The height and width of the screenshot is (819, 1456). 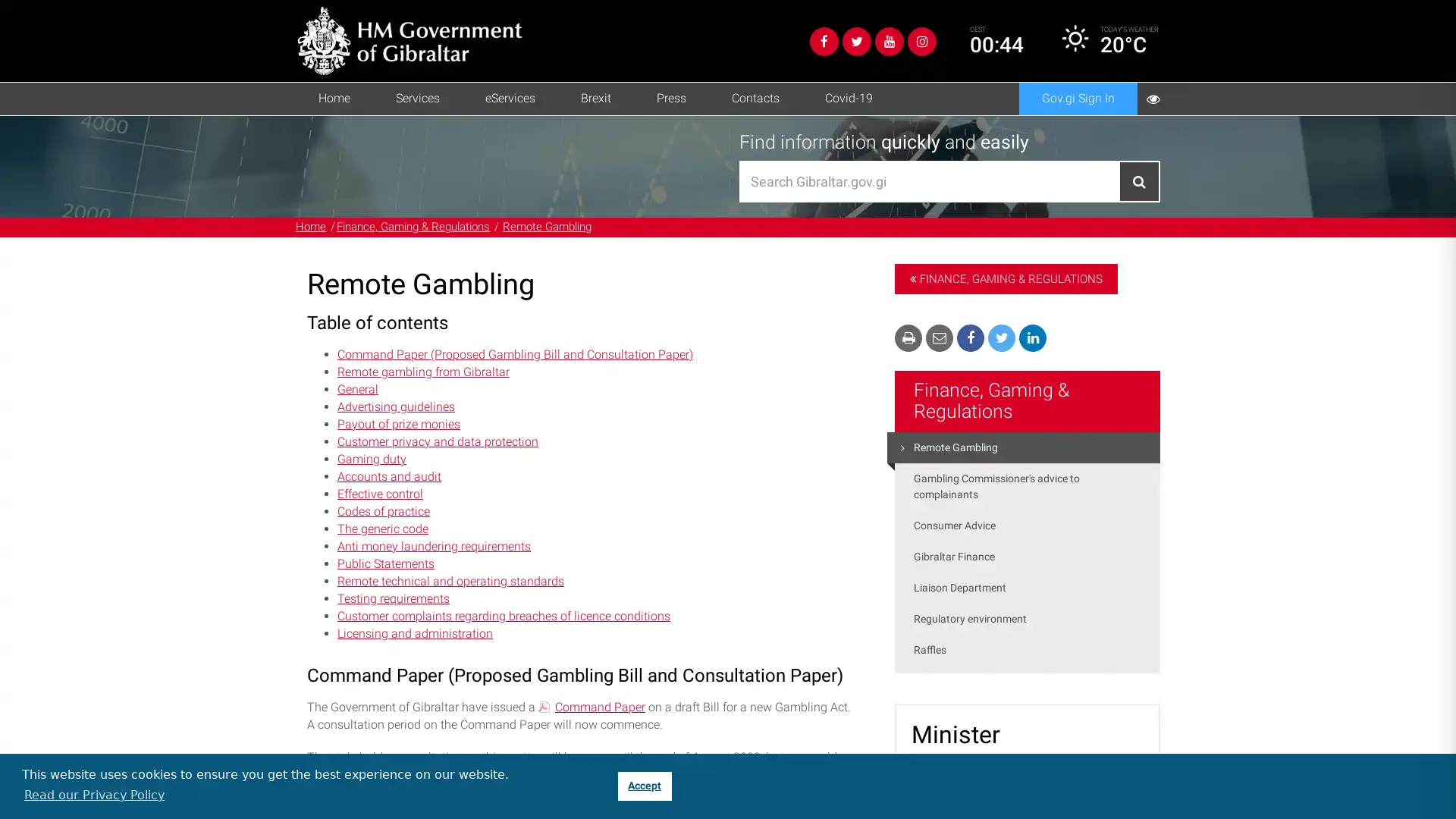 What do you see at coordinates (93, 794) in the screenshot?
I see `learn more about cookies` at bounding box center [93, 794].